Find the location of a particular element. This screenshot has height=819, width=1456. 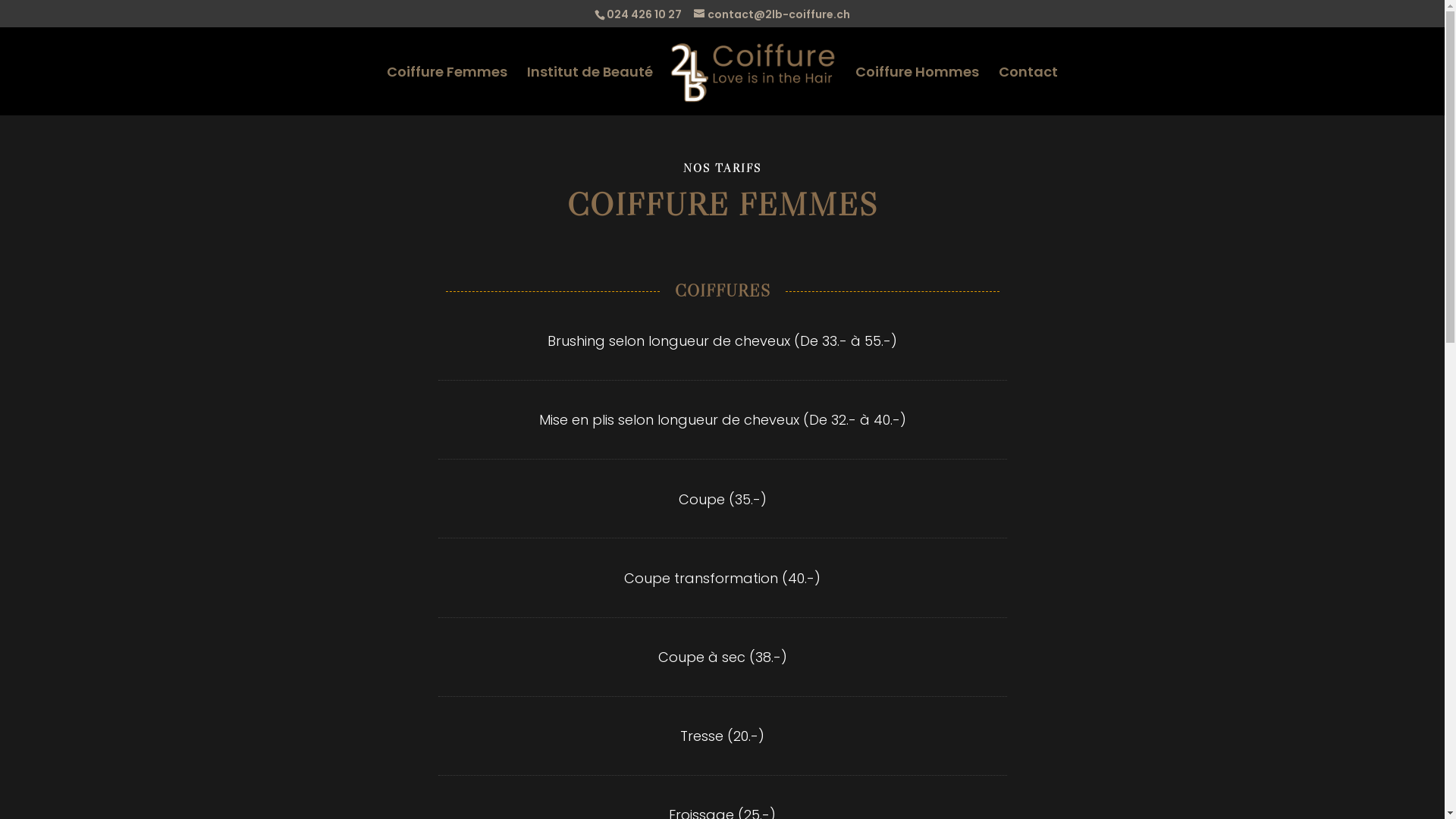

'contact@2lb-coiffure.ch' is located at coordinates (693, 14).